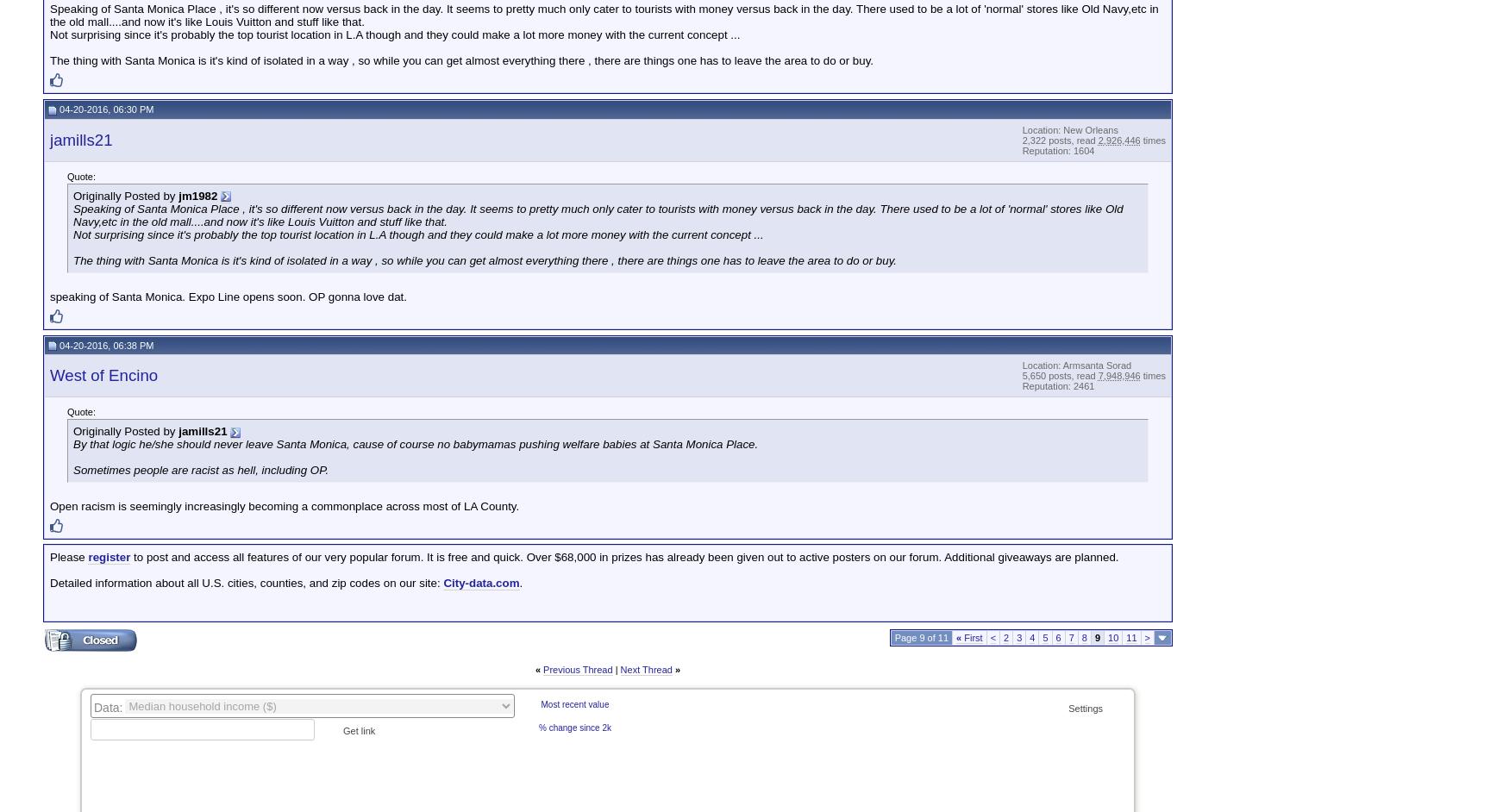 Image resolution: width=1509 pixels, height=812 pixels. What do you see at coordinates (1130, 637) in the screenshot?
I see `'11'` at bounding box center [1130, 637].